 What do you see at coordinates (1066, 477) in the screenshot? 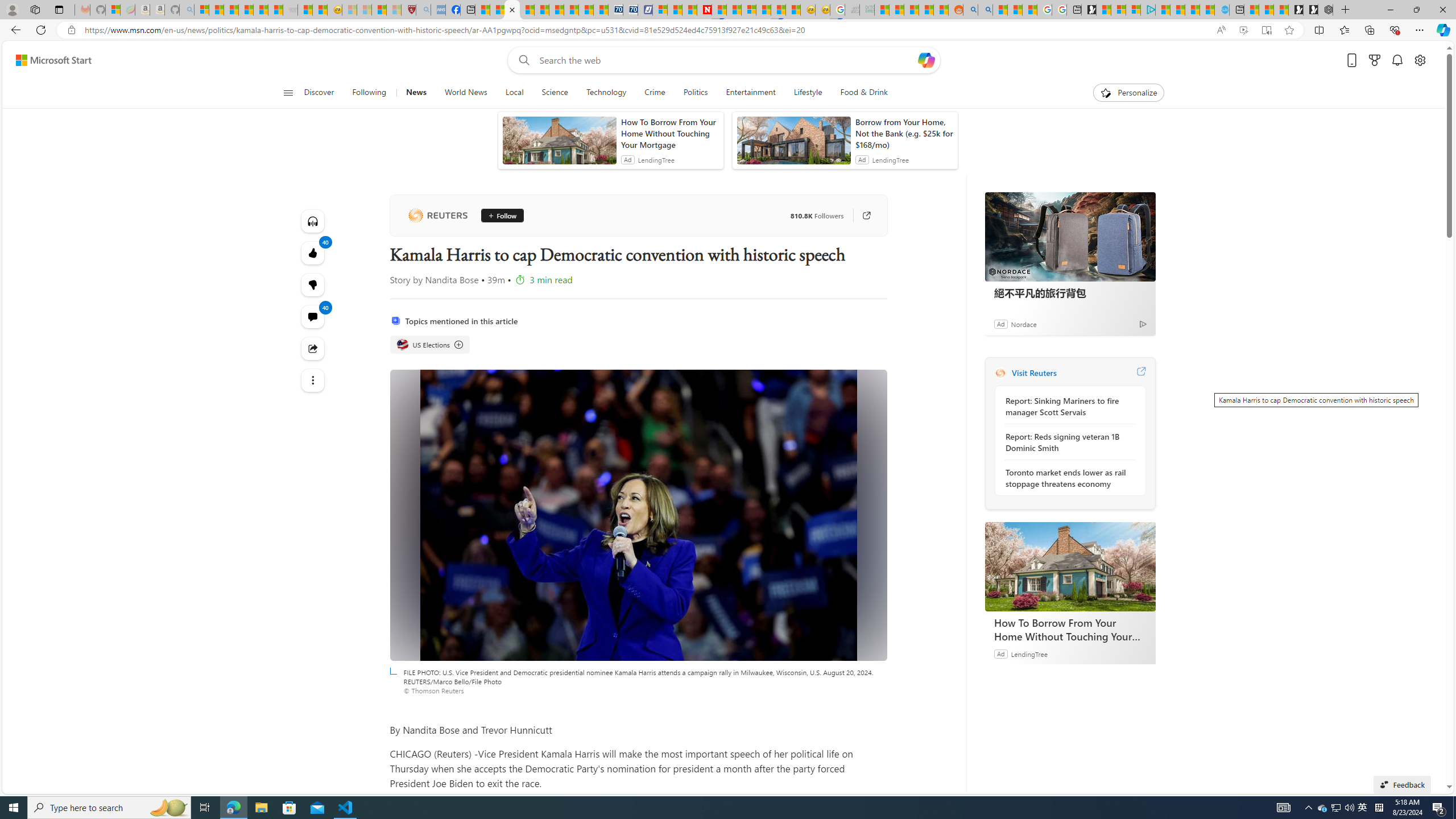
I see `'Toronto market ends lower as rail stoppage threatens economy'` at bounding box center [1066, 477].